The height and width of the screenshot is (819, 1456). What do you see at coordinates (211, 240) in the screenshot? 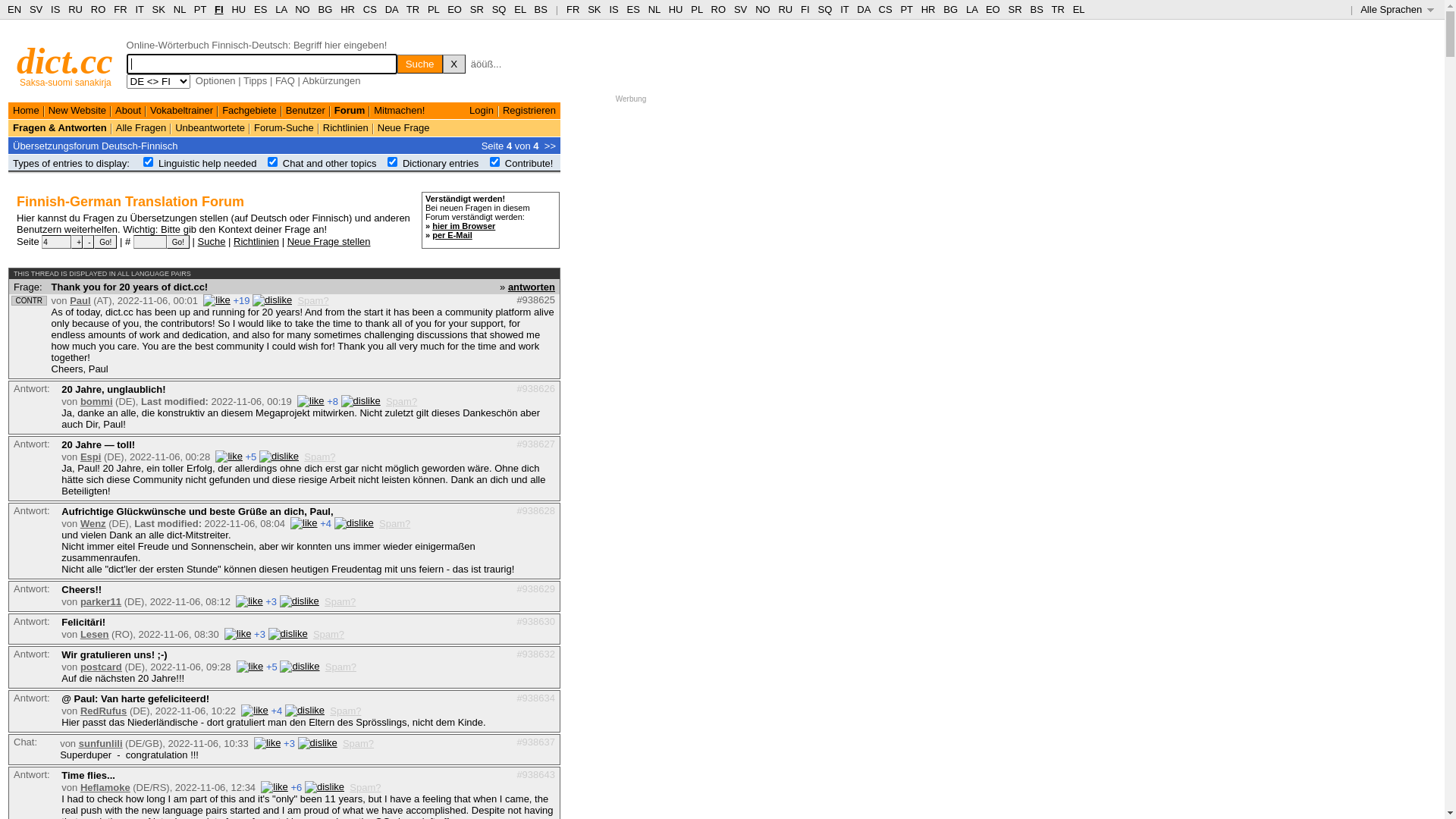
I see `'Suche'` at bounding box center [211, 240].